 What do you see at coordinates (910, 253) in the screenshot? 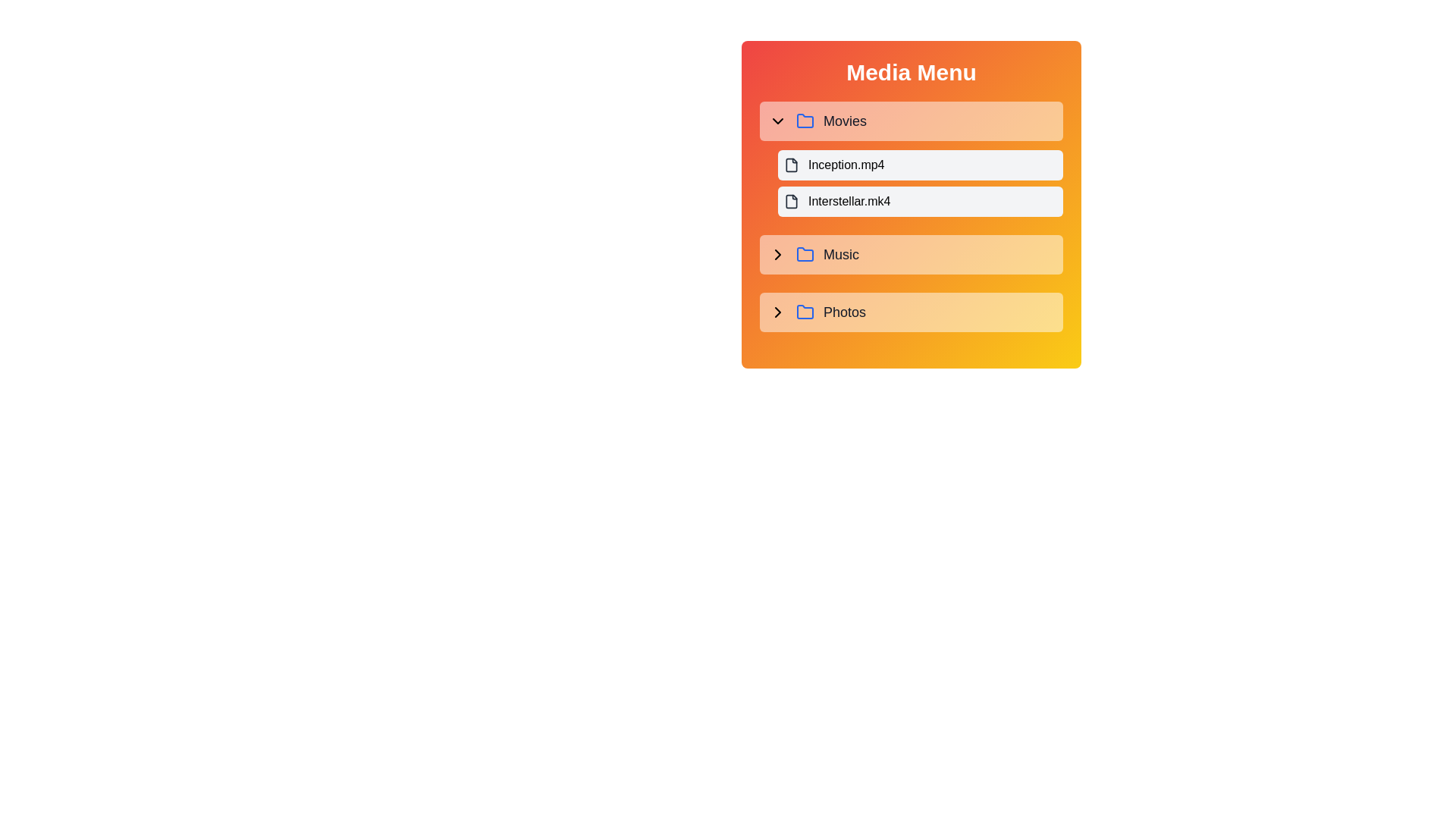
I see `the interactive menu list item labeled 'Music'` at bounding box center [910, 253].